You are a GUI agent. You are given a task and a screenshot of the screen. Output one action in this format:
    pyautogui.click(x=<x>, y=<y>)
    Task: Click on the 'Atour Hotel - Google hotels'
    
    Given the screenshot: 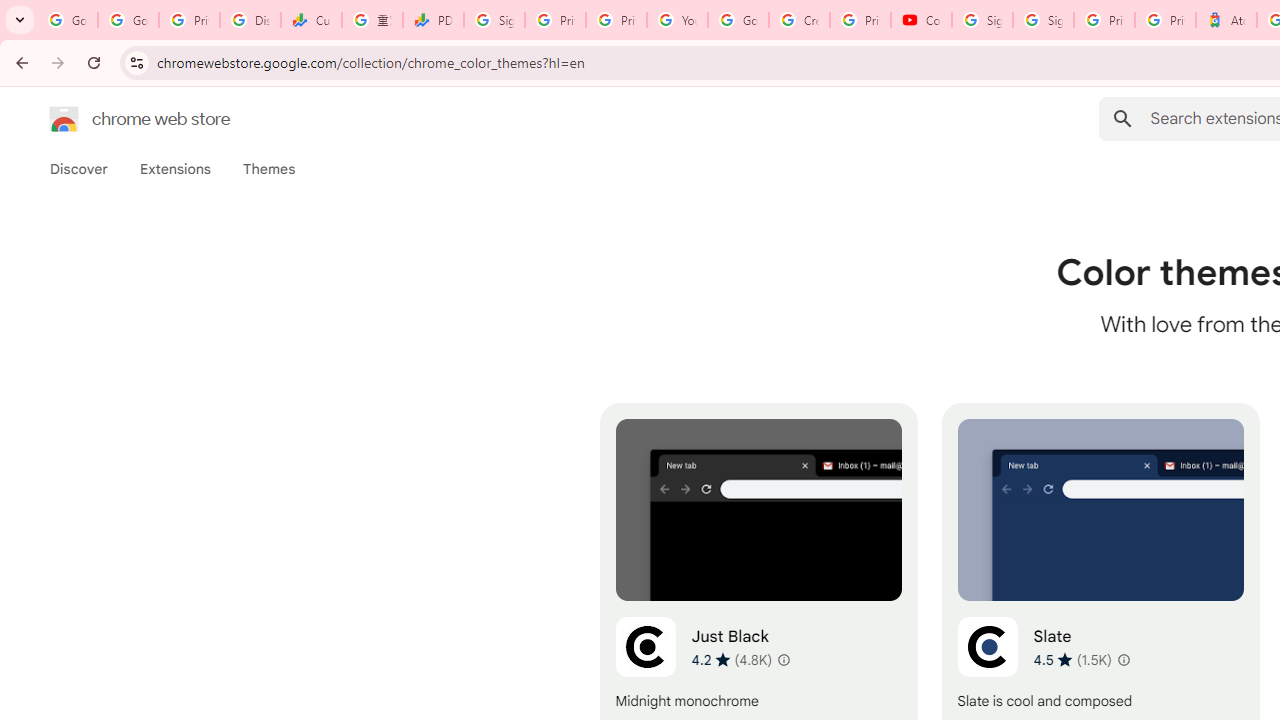 What is the action you would take?
    pyautogui.click(x=1225, y=20)
    